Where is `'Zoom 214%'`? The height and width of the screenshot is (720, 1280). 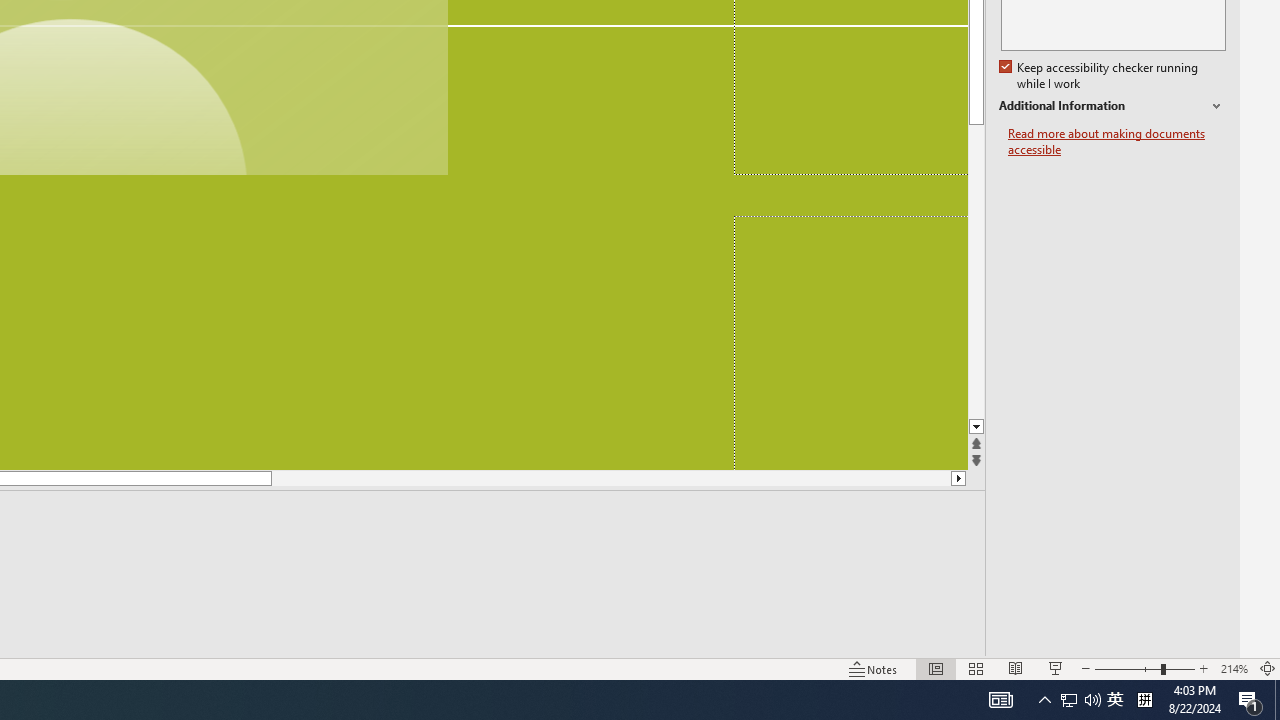 'Zoom 214%' is located at coordinates (1233, 669).